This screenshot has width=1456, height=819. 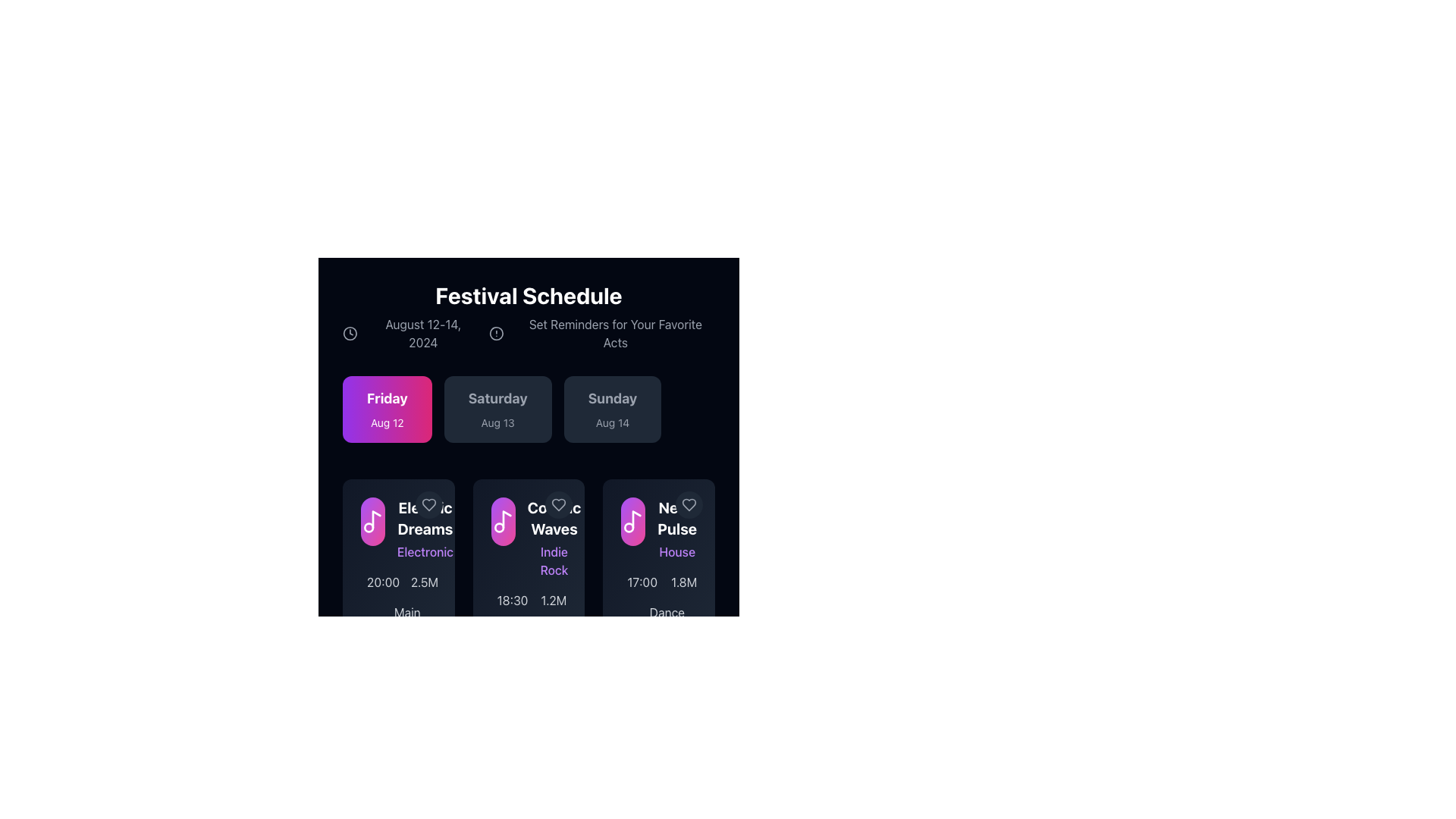 I want to click on heart icon used for marking favorites in the 'Sunday' schedule under 'Ne Pulse', so click(x=688, y=505).